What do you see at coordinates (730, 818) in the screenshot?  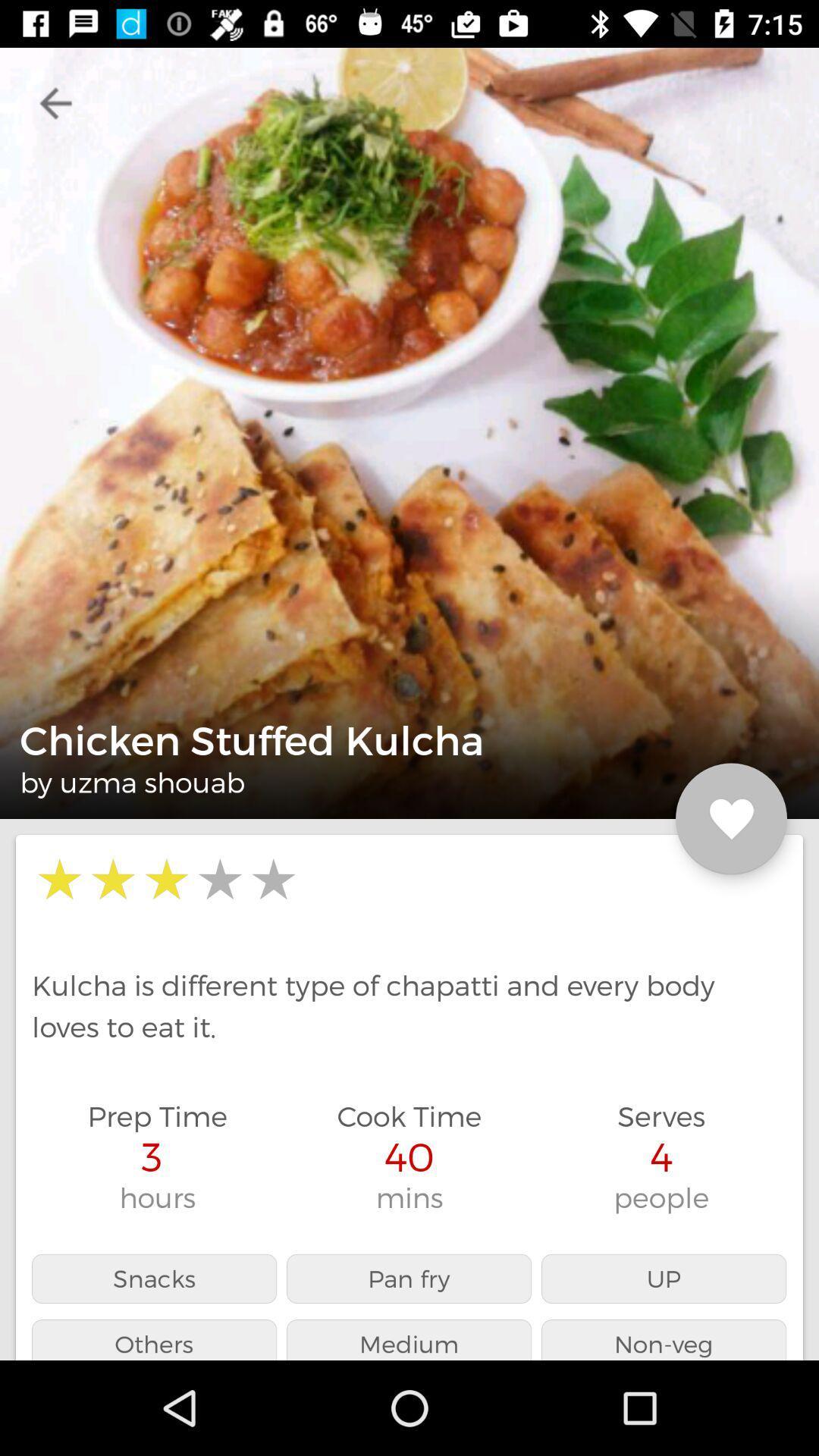 I see `the favorite icon` at bounding box center [730, 818].